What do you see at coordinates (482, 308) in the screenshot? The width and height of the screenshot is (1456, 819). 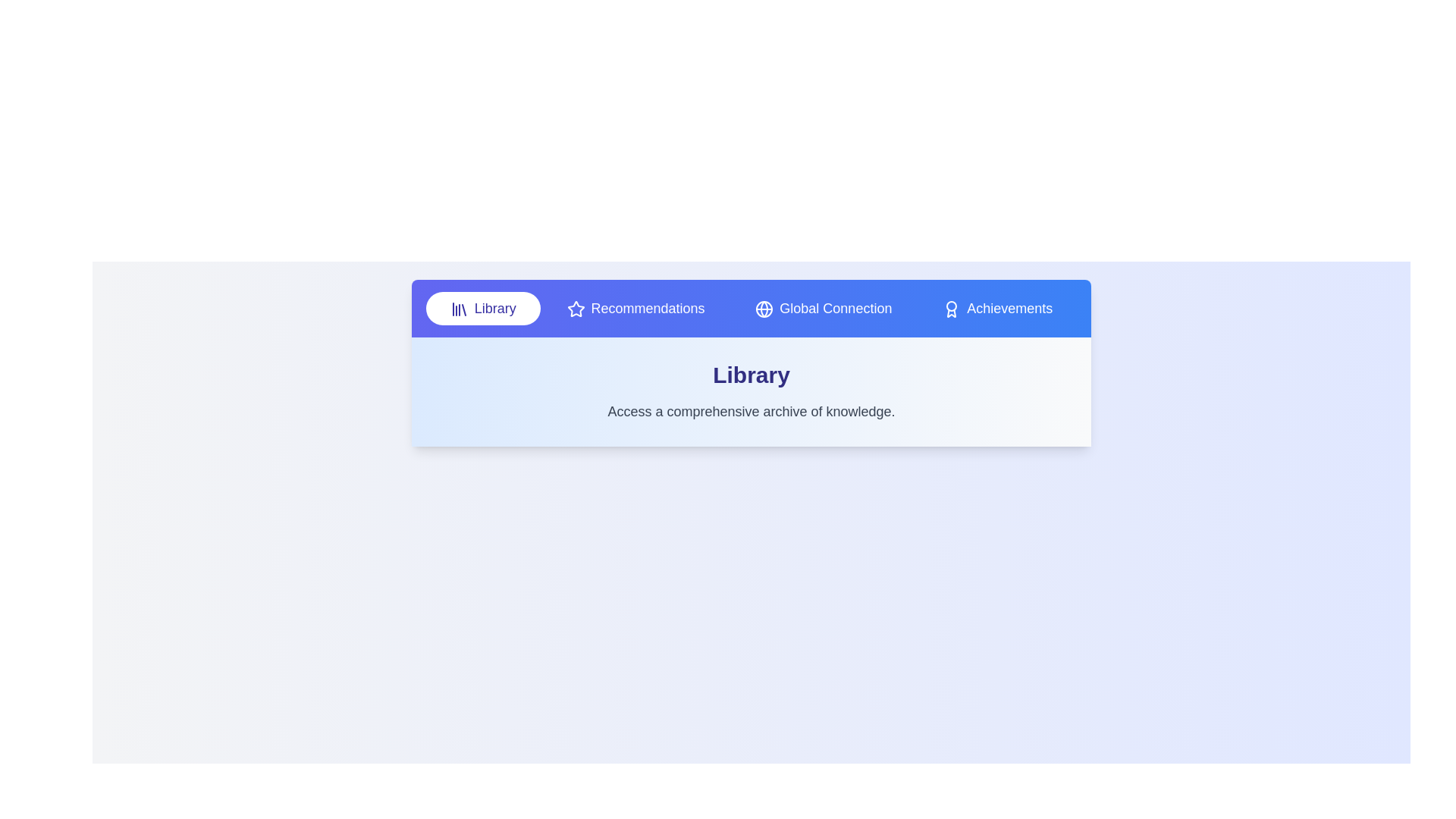 I see `the tab labeled Library to switch to the corresponding view` at bounding box center [482, 308].